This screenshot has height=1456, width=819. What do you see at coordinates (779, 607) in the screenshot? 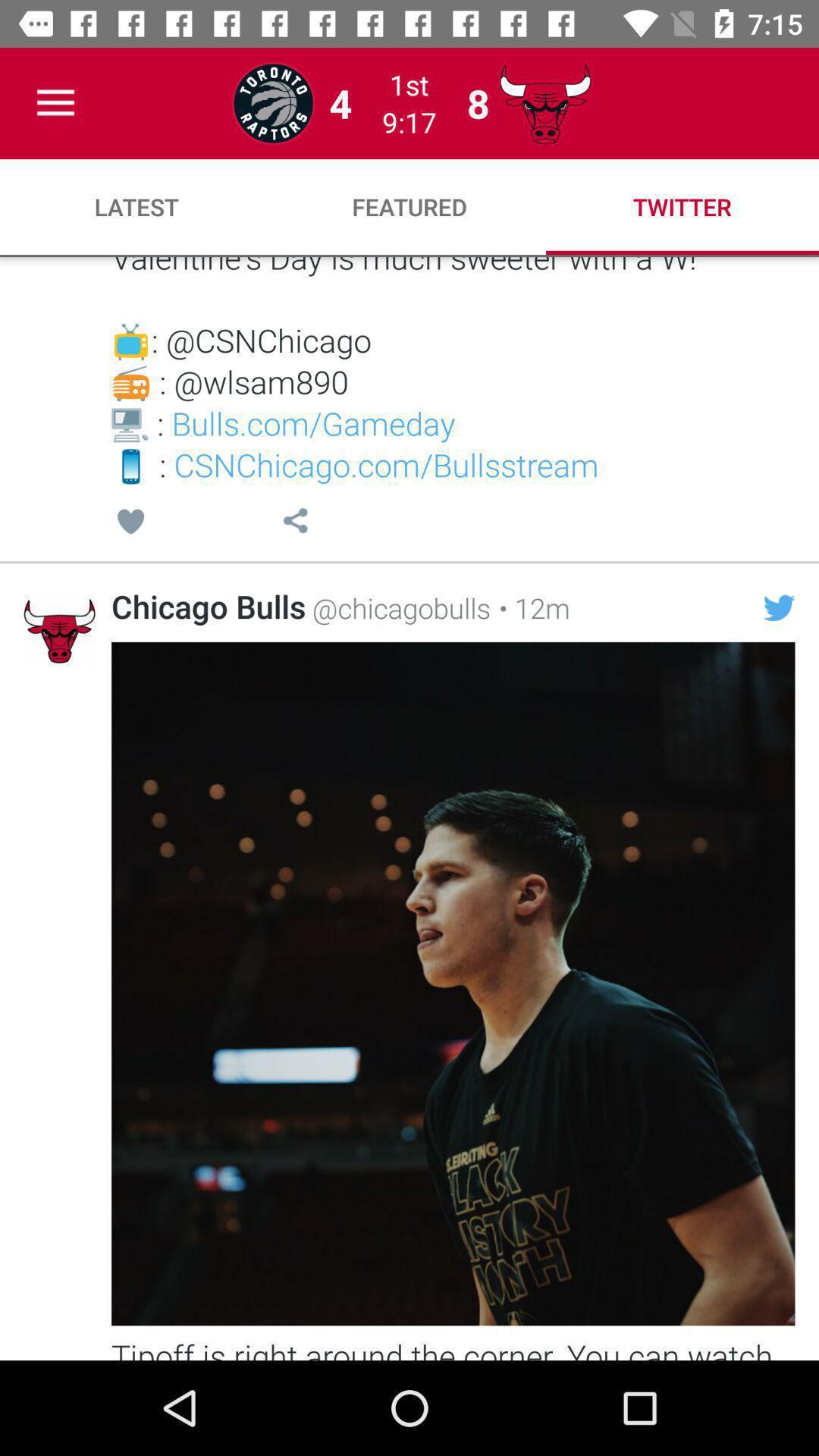
I see `the icon below the valentine s day` at bounding box center [779, 607].